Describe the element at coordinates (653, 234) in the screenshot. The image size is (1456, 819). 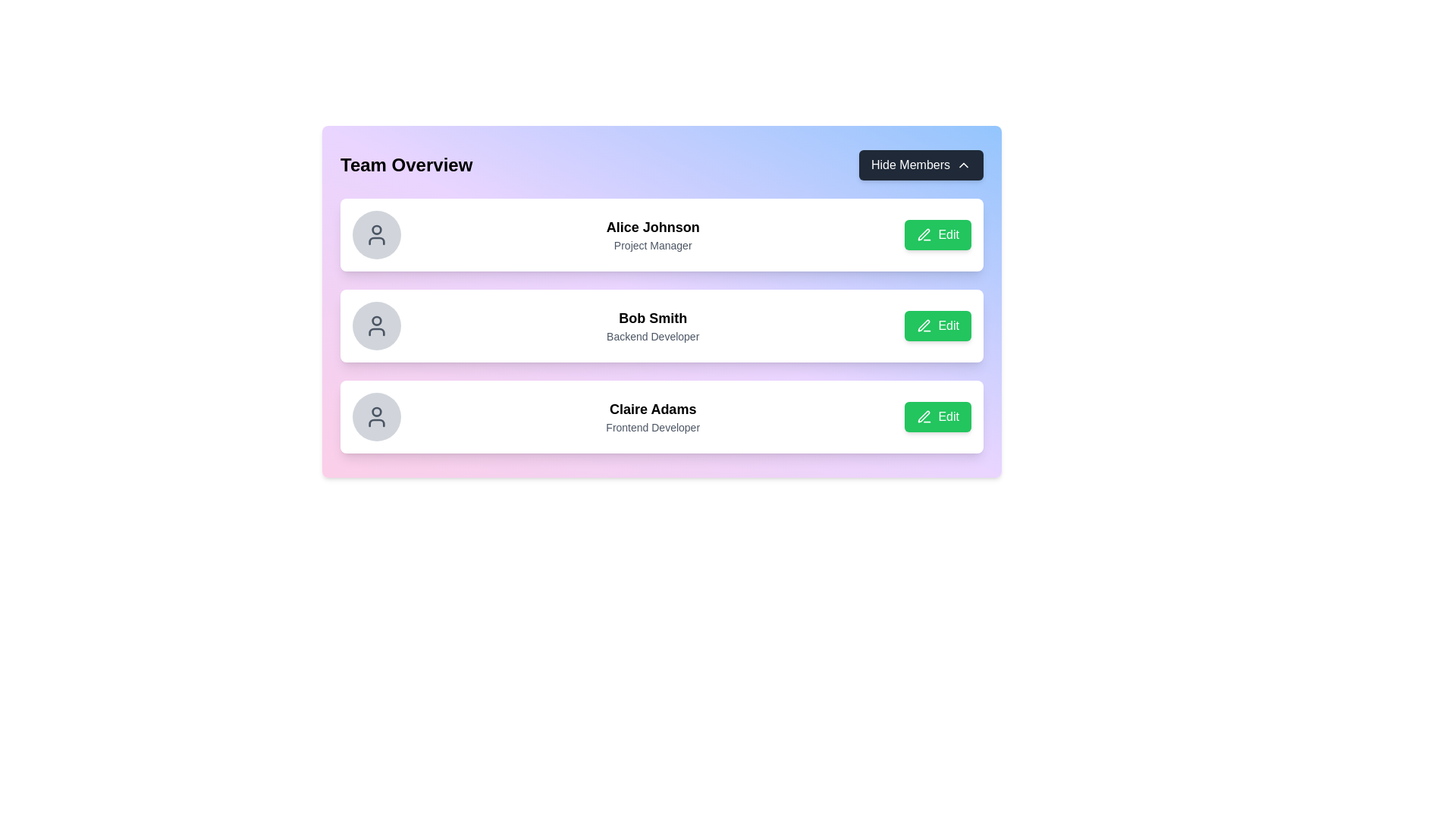
I see `the Static text display showing 'Alice Johnson' and 'Project Manager' in the first user information card located below 'Team Overview'` at that location.